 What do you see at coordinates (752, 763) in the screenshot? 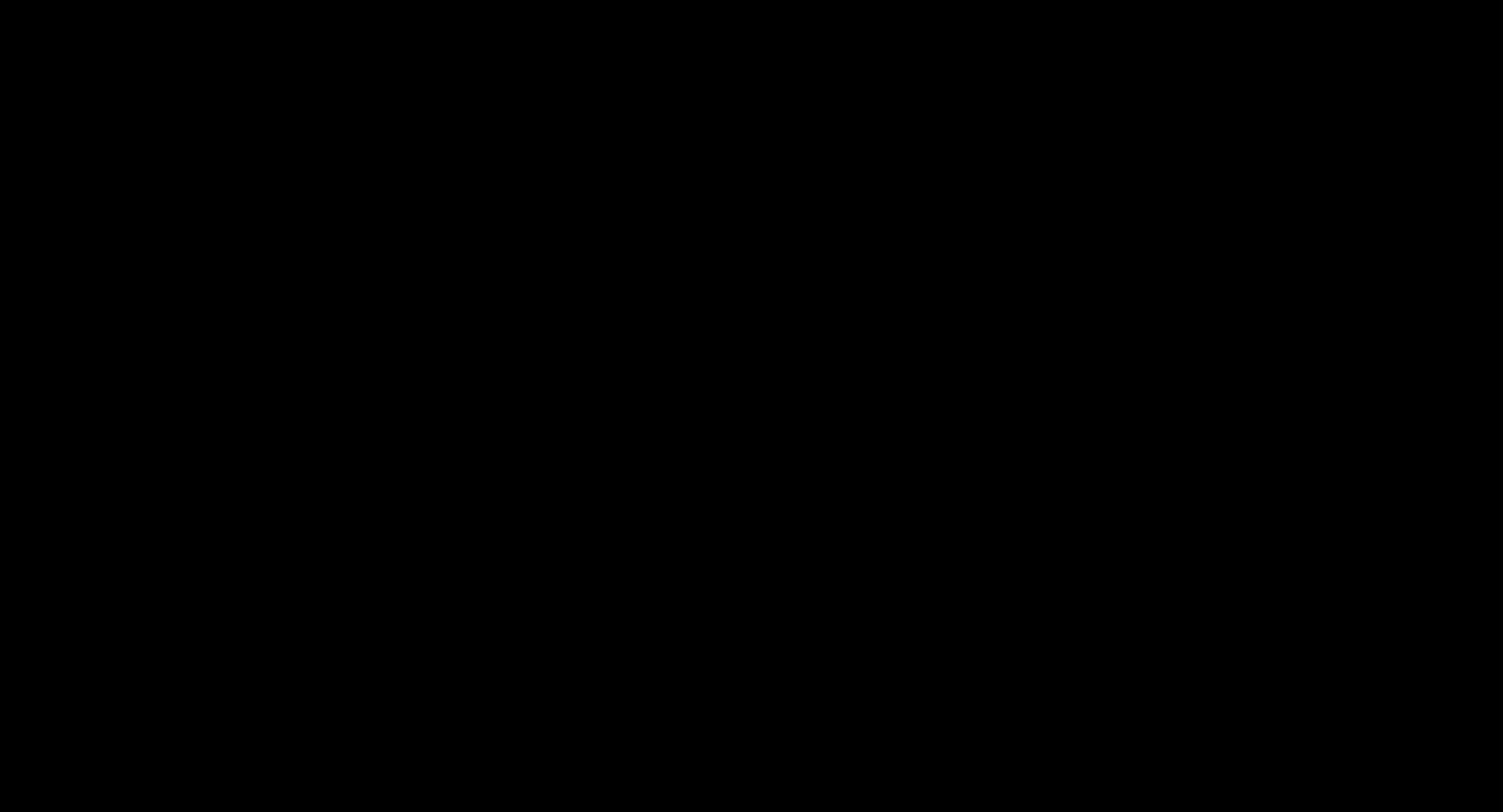
I see `'TIM, DEFENDER OF THE EARTH'` at bounding box center [752, 763].